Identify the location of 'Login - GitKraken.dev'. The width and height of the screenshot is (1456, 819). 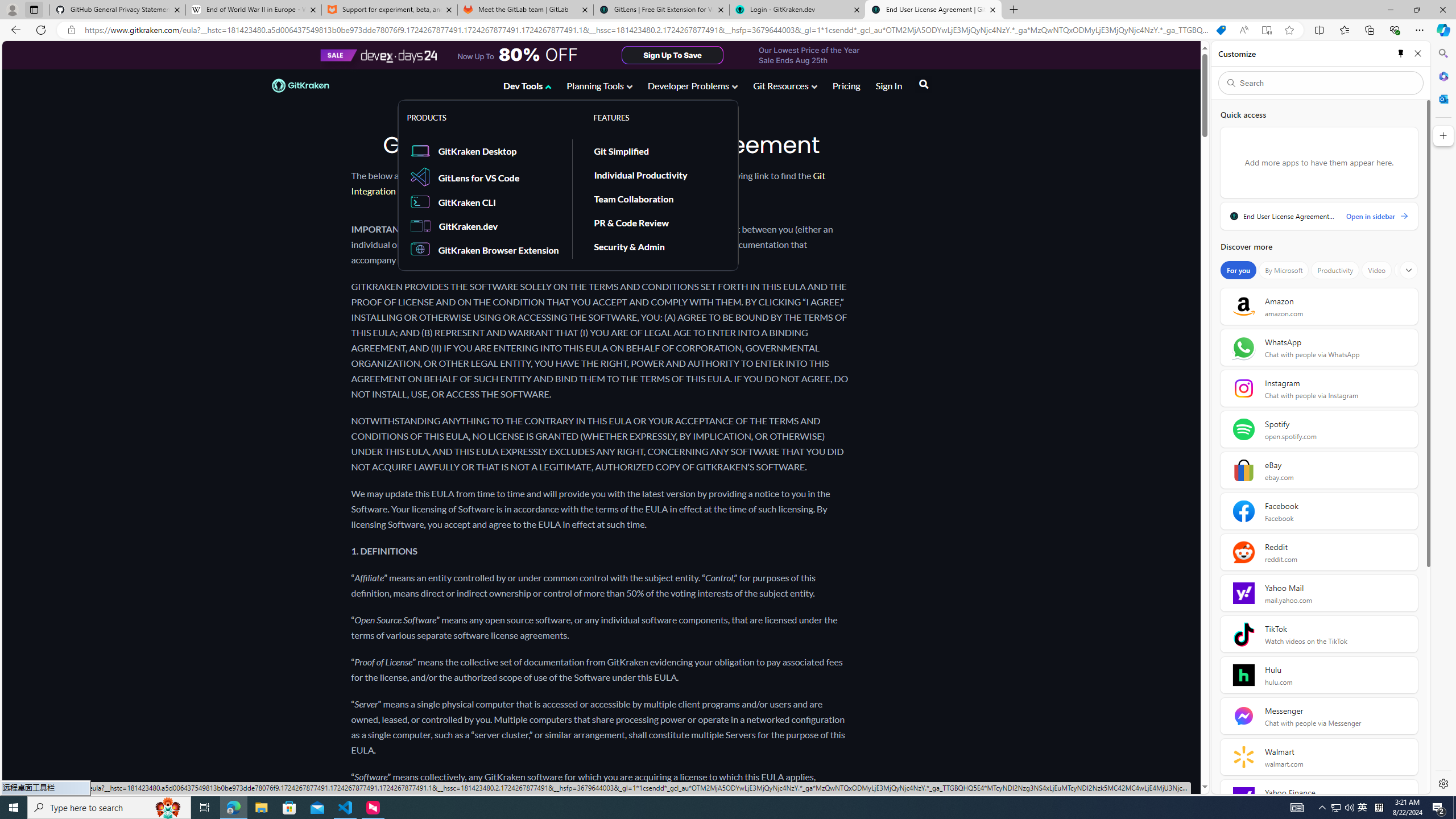
(797, 9).